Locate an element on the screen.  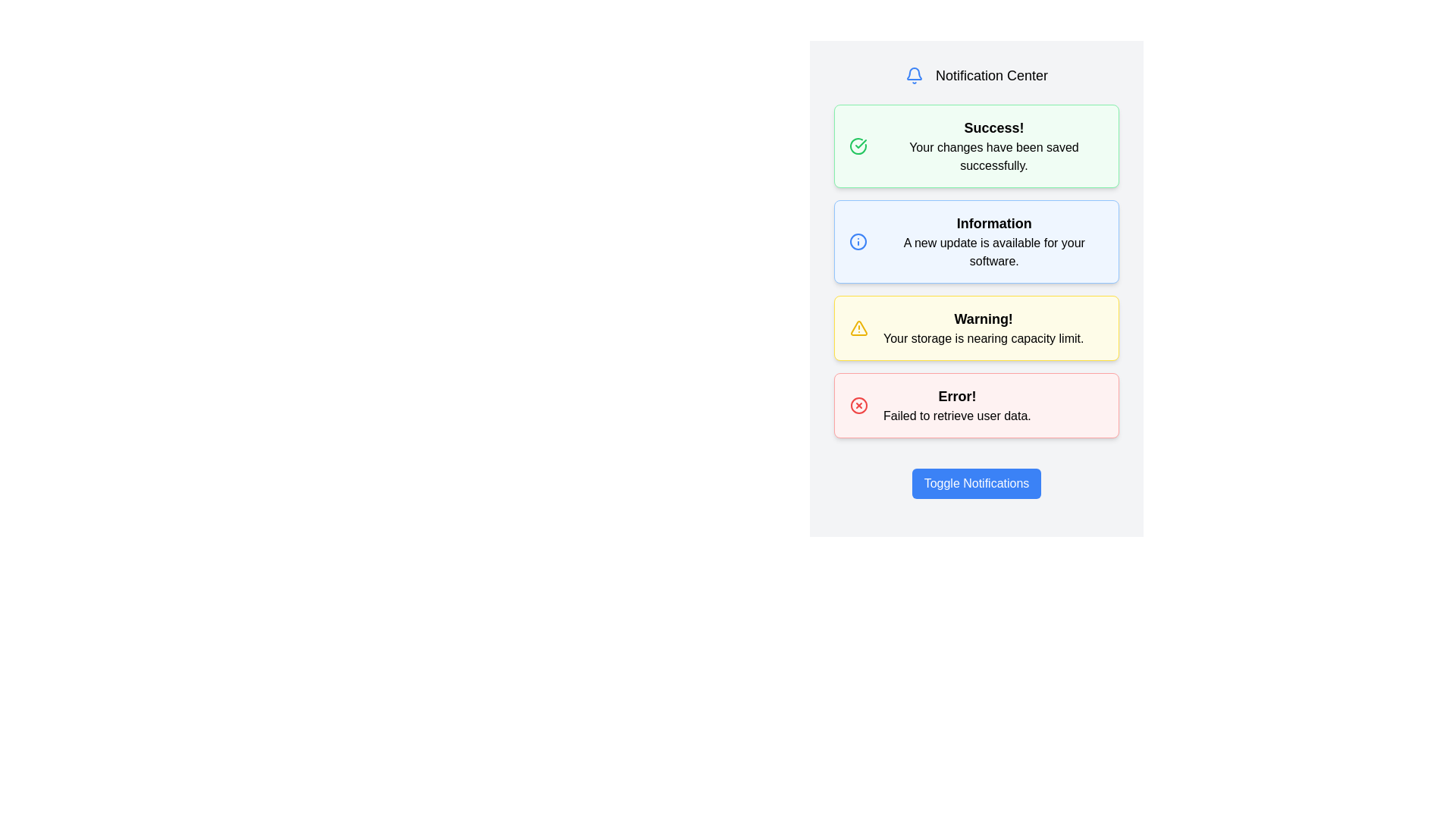
the error notification circle located in the fourth notification box labeled 'Error!' to indicate an error within the user interface is located at coordinates (858, 405).